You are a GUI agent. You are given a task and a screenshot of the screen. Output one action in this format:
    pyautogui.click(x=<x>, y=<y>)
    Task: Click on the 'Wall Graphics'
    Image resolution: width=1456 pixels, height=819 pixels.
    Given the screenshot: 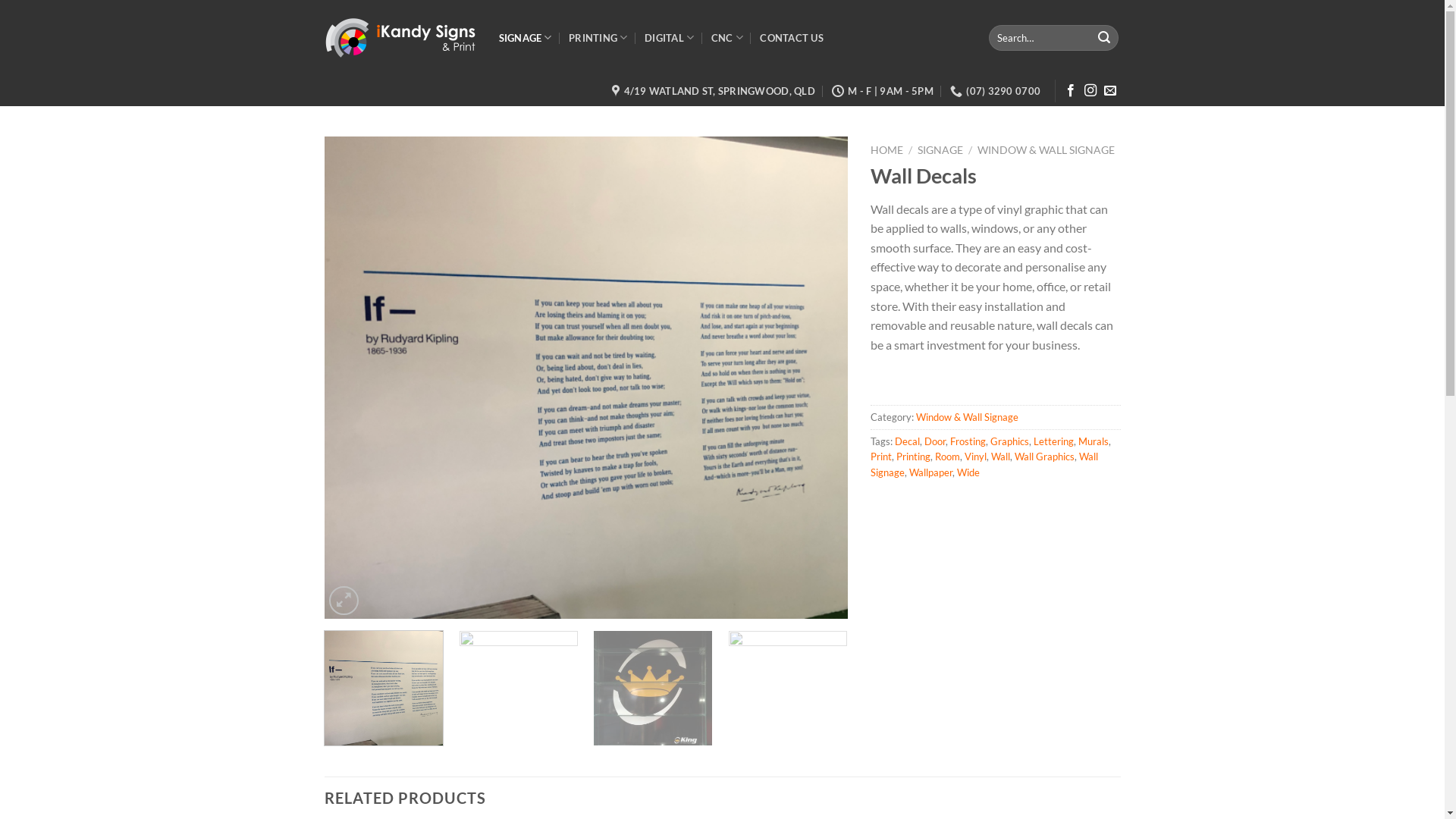 What is the action you would take?
    pyautogui.click(x=1043, y=455)
    